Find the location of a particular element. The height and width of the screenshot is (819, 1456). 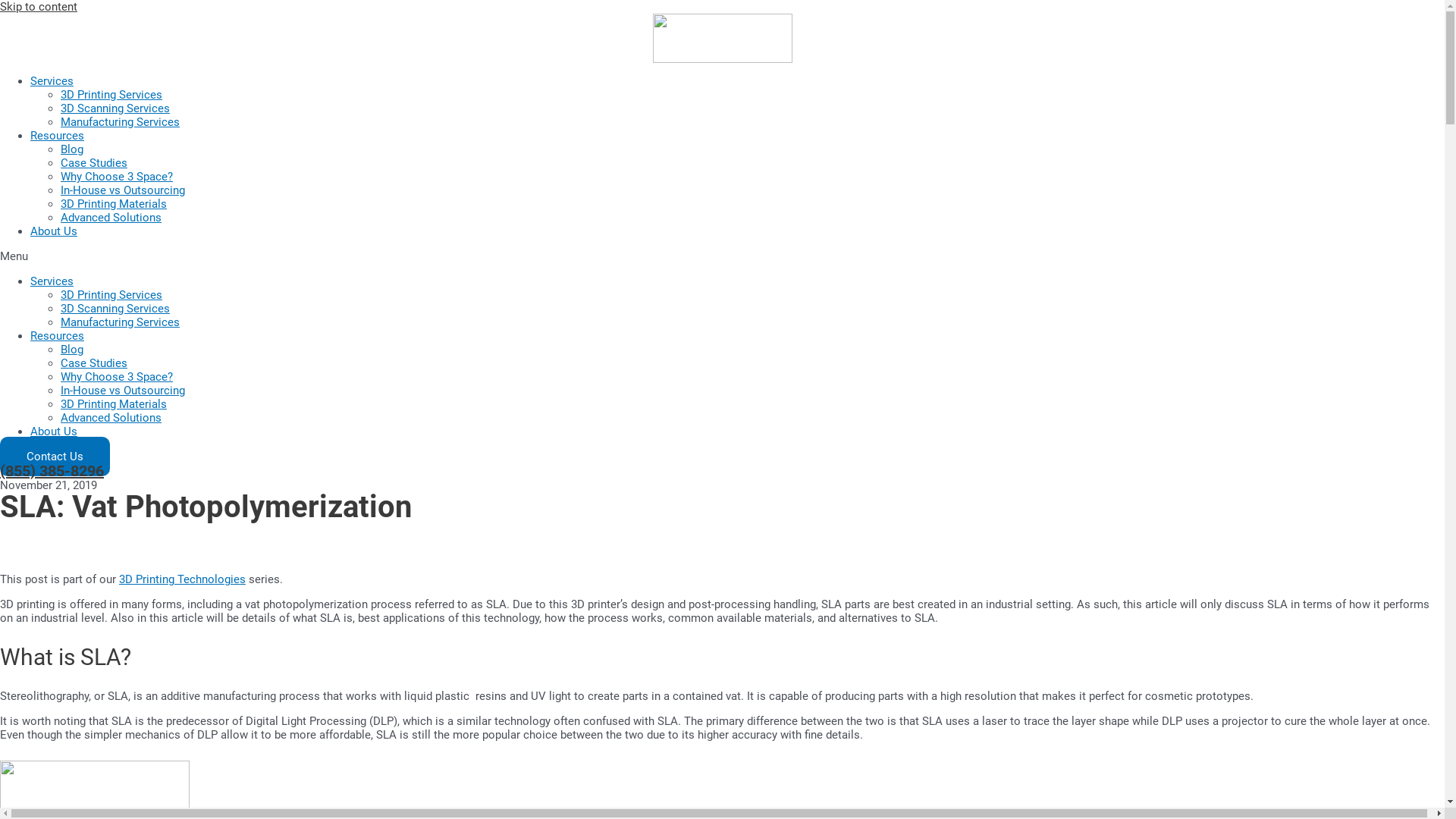

'In-House vs Outsourcing' is located at coordinates (61, 390).